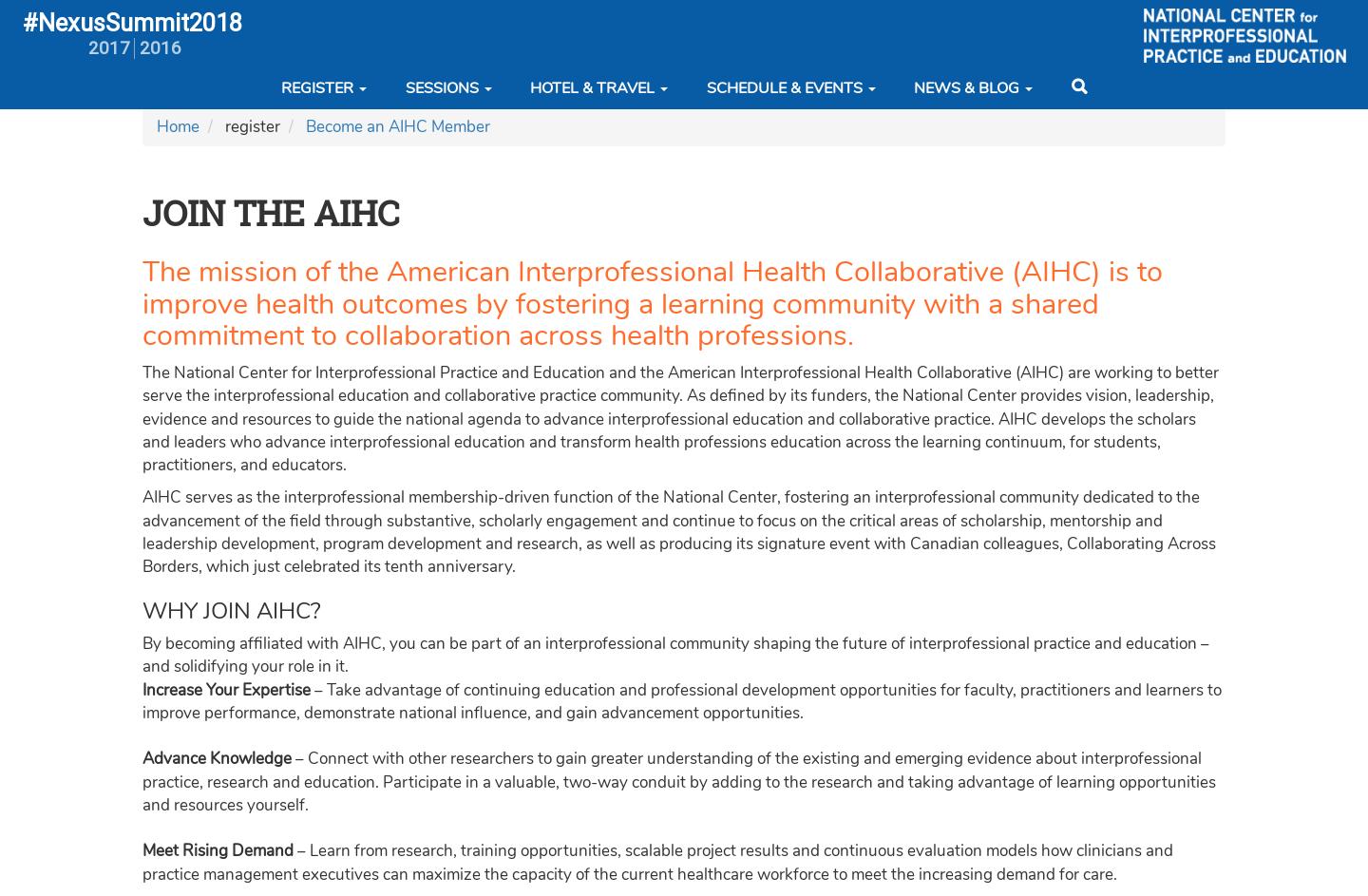 This screenshot has height=896, width=1368. I want to click on '– Learn from research, training opportunities, scalable project results and continuous evaluation models how clinicians and practice management executives can maximize the capacity of the current healthcare workforce to meet the increasing demand for care.', so click(657, 861).